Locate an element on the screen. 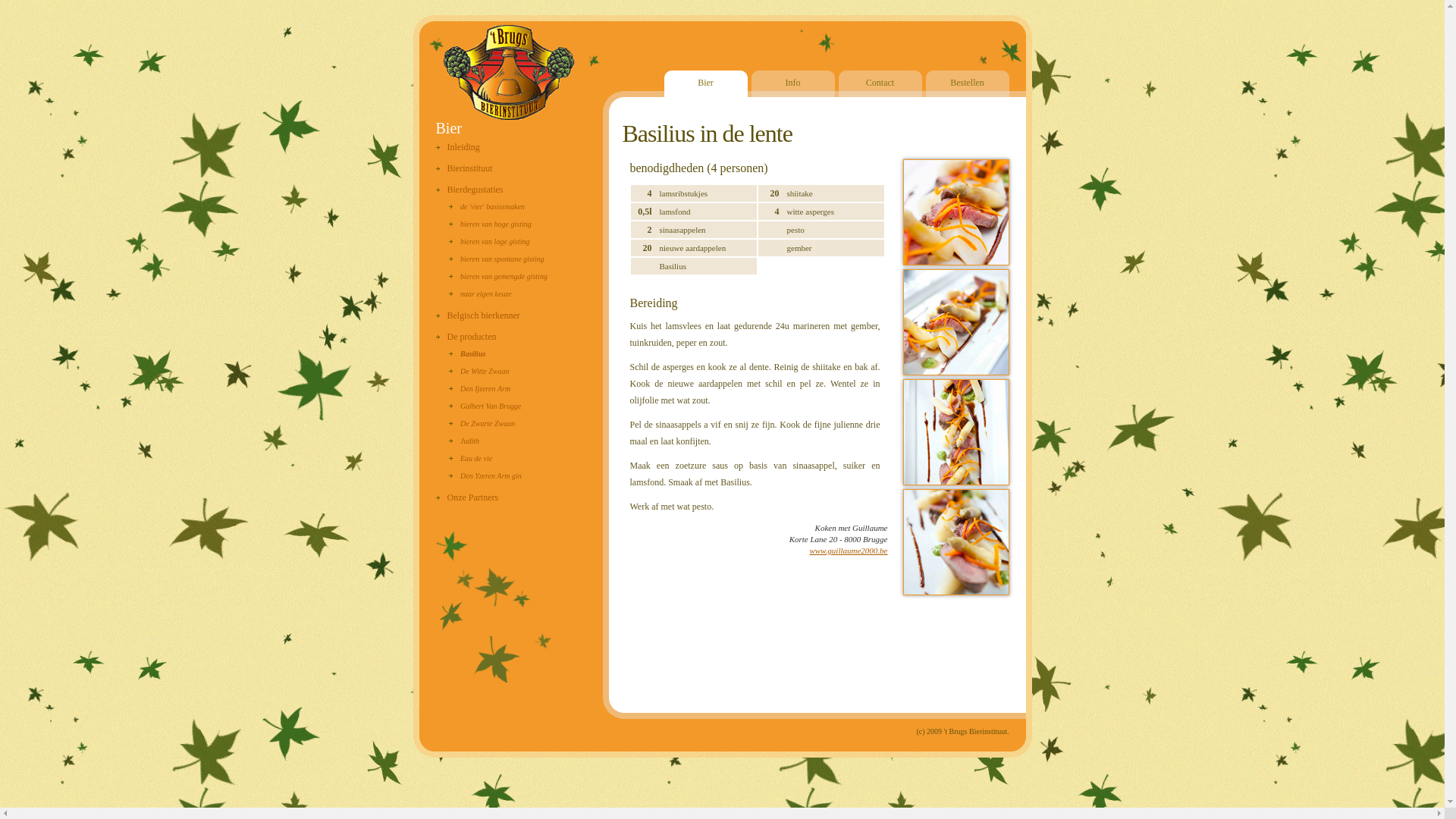 Image resolution: width=1456 pixels, height=819 pixels. 'Basilius' is located at coordinates (447, 353).